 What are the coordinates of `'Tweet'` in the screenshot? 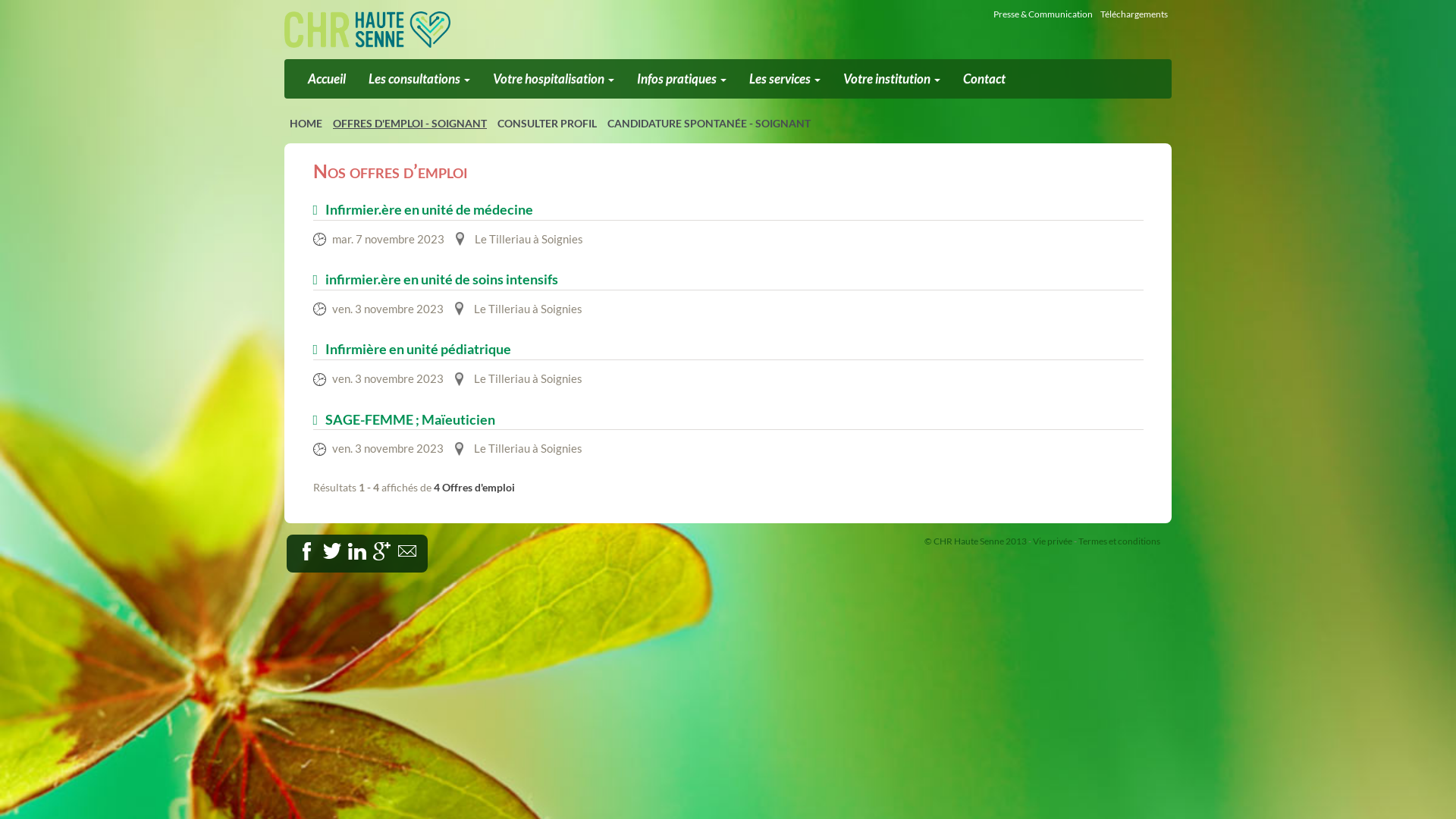 It's located at (331, 551).